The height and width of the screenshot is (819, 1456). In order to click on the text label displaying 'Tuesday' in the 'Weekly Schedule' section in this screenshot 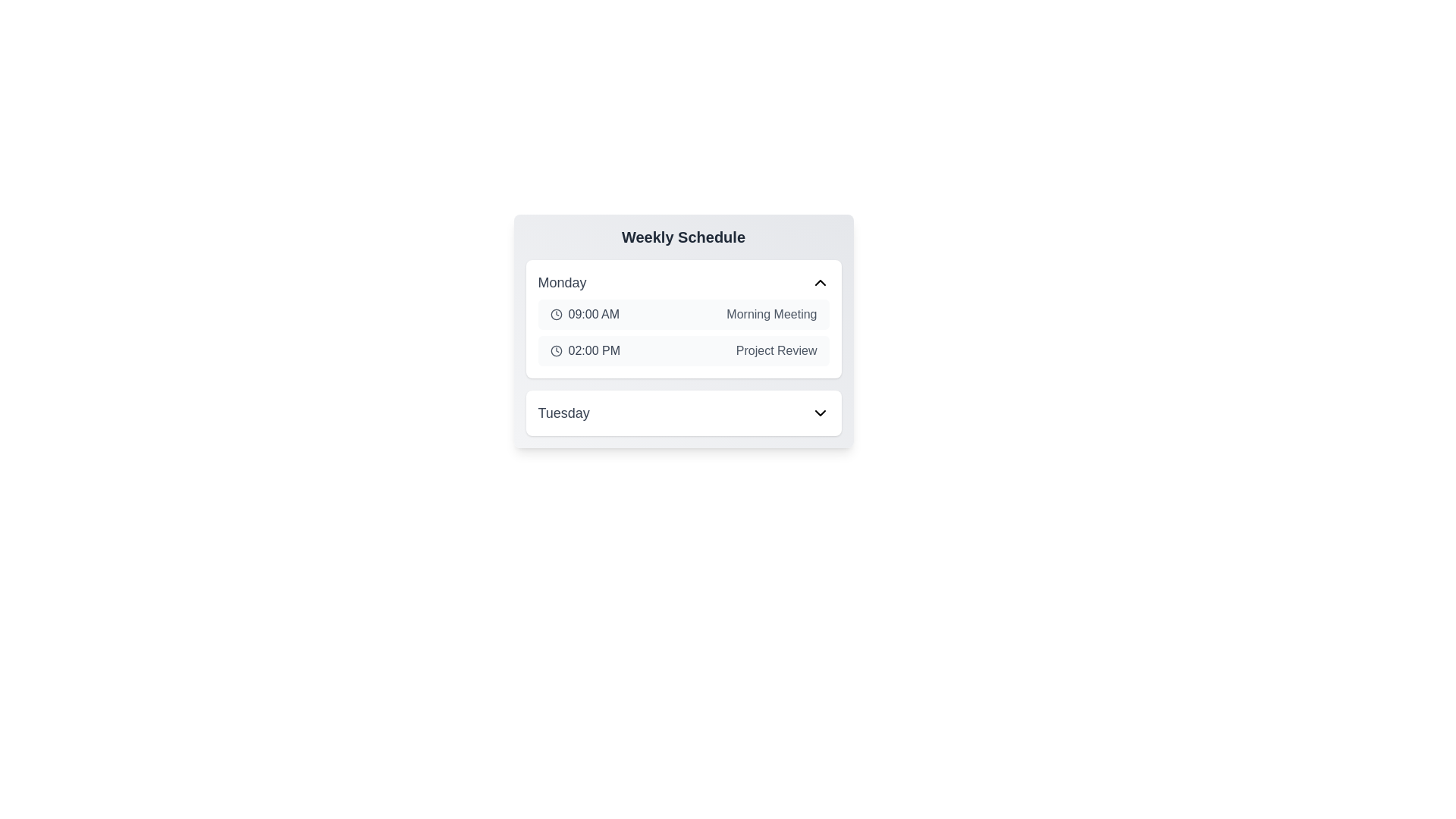, I will do `click(563, 413)`.